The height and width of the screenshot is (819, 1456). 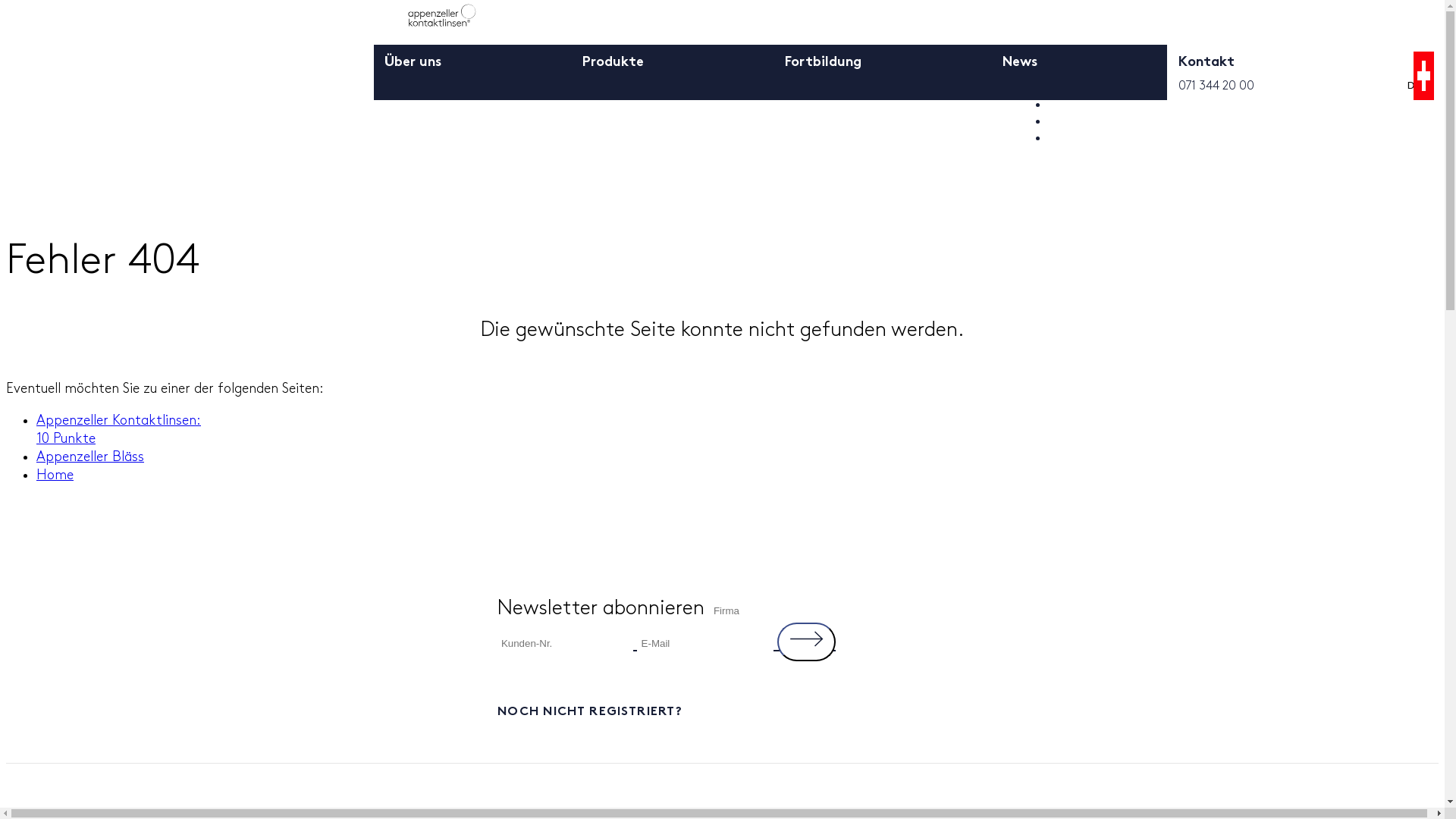 I want to click on 'LOGIN', so click(x=1070, y=88).